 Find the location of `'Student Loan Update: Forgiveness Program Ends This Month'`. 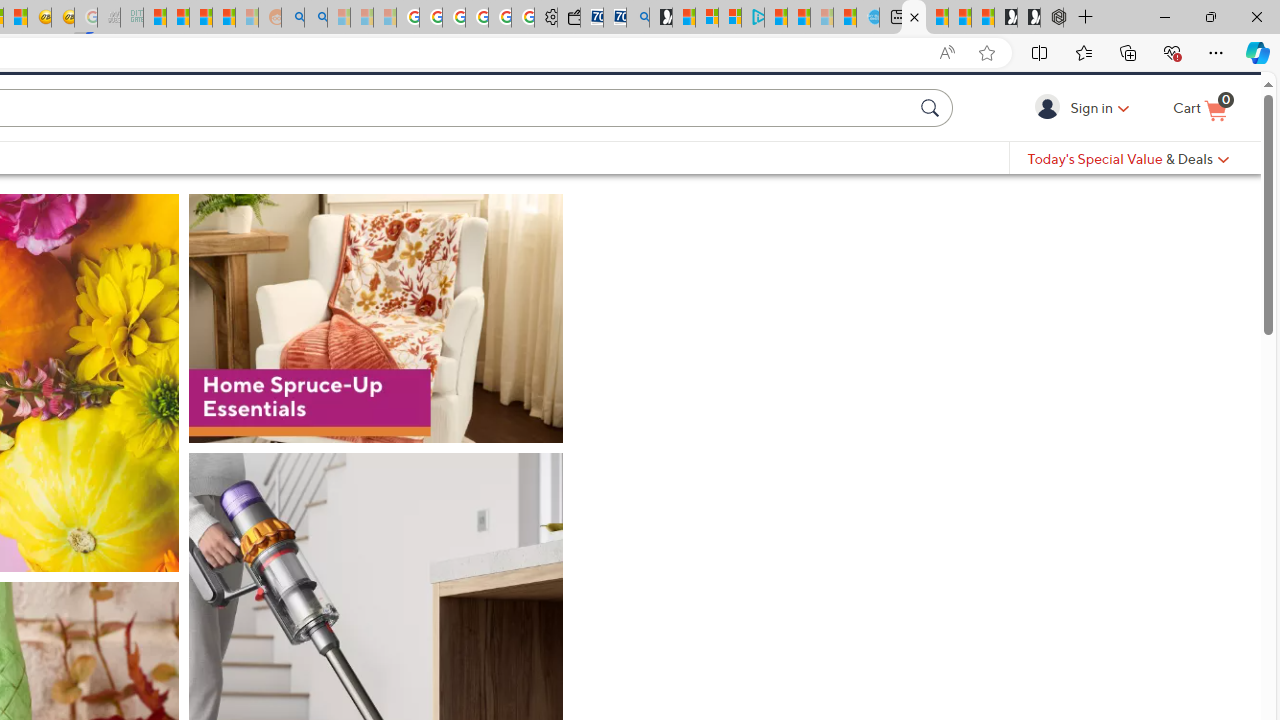

'Student Loan Update: Forgiveness Program Ends This Month' is located at coordinates (224, 17).